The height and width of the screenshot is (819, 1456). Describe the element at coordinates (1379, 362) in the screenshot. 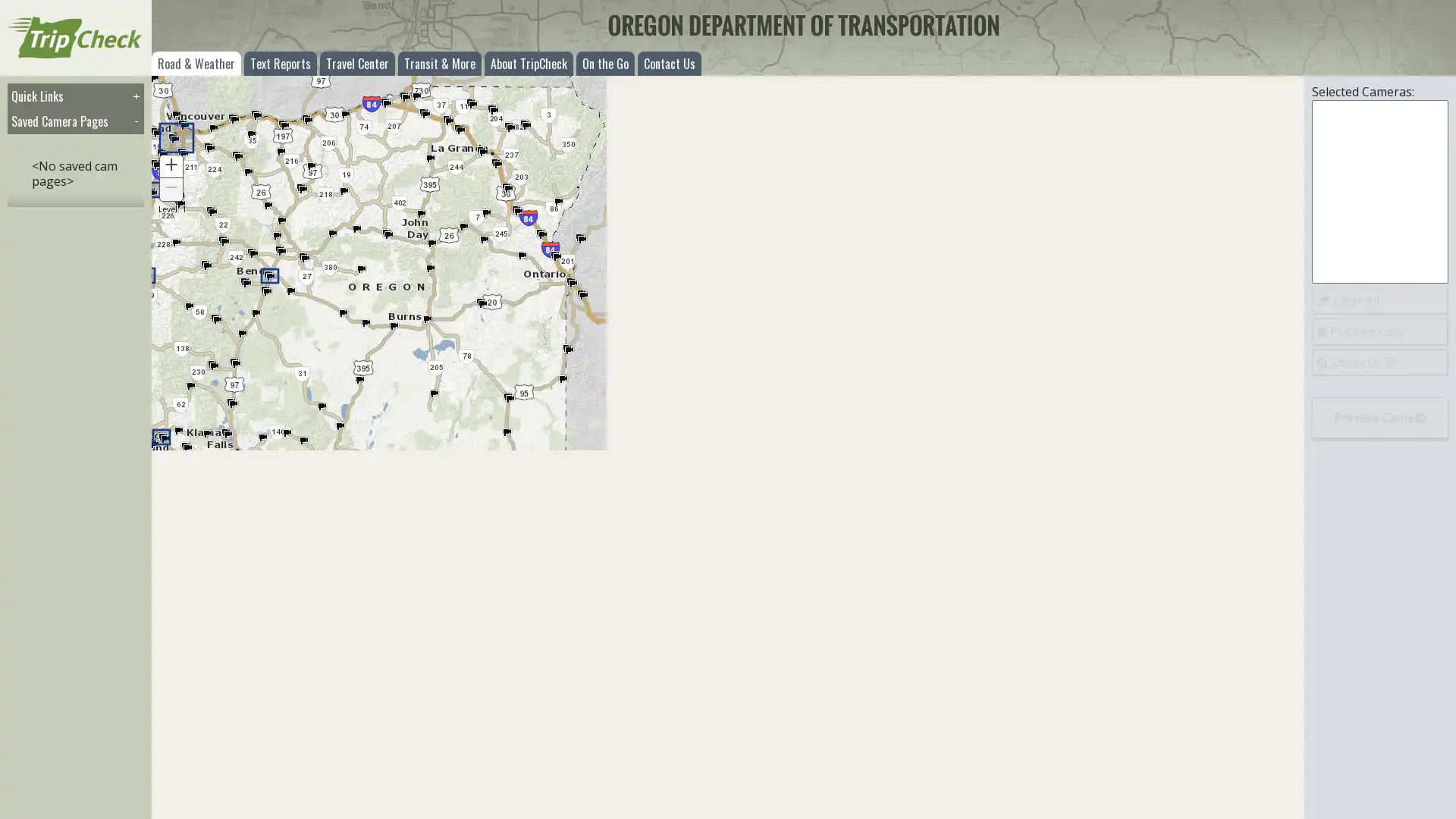

I see `Zoom to All` at that location.